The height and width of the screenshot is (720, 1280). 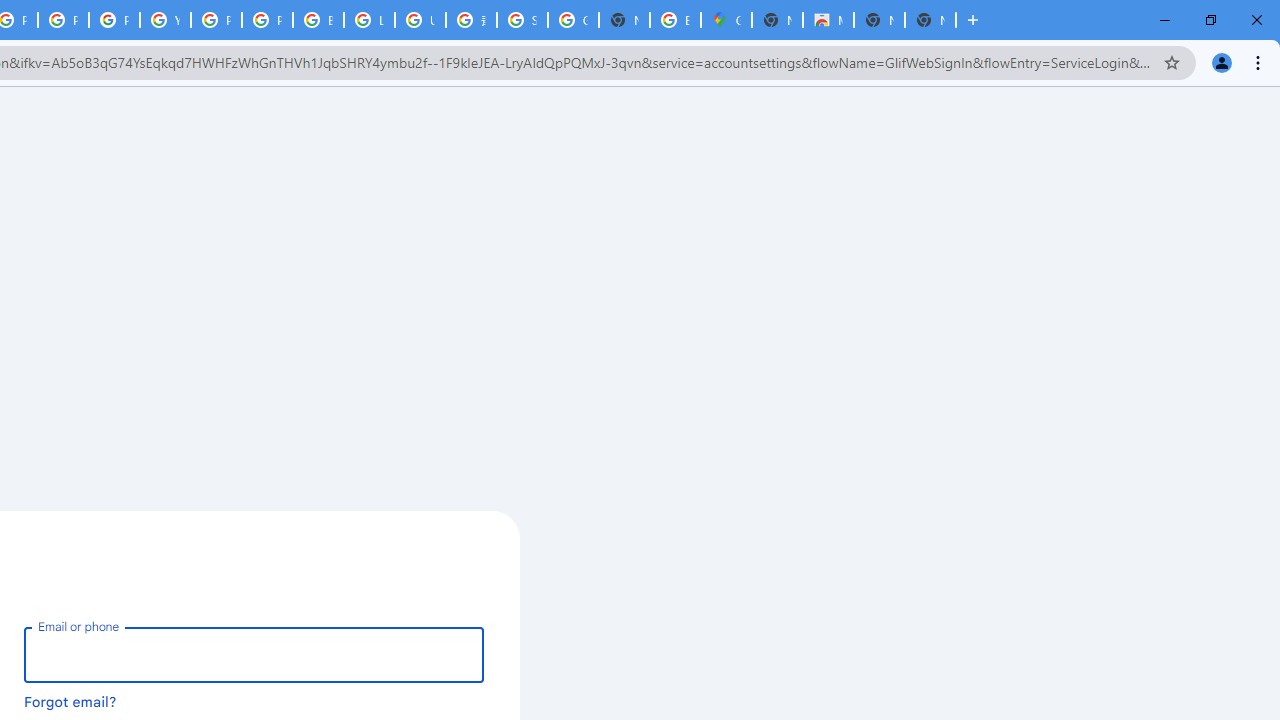 I want to click on 'Restore', so click(x=1209, y=20).